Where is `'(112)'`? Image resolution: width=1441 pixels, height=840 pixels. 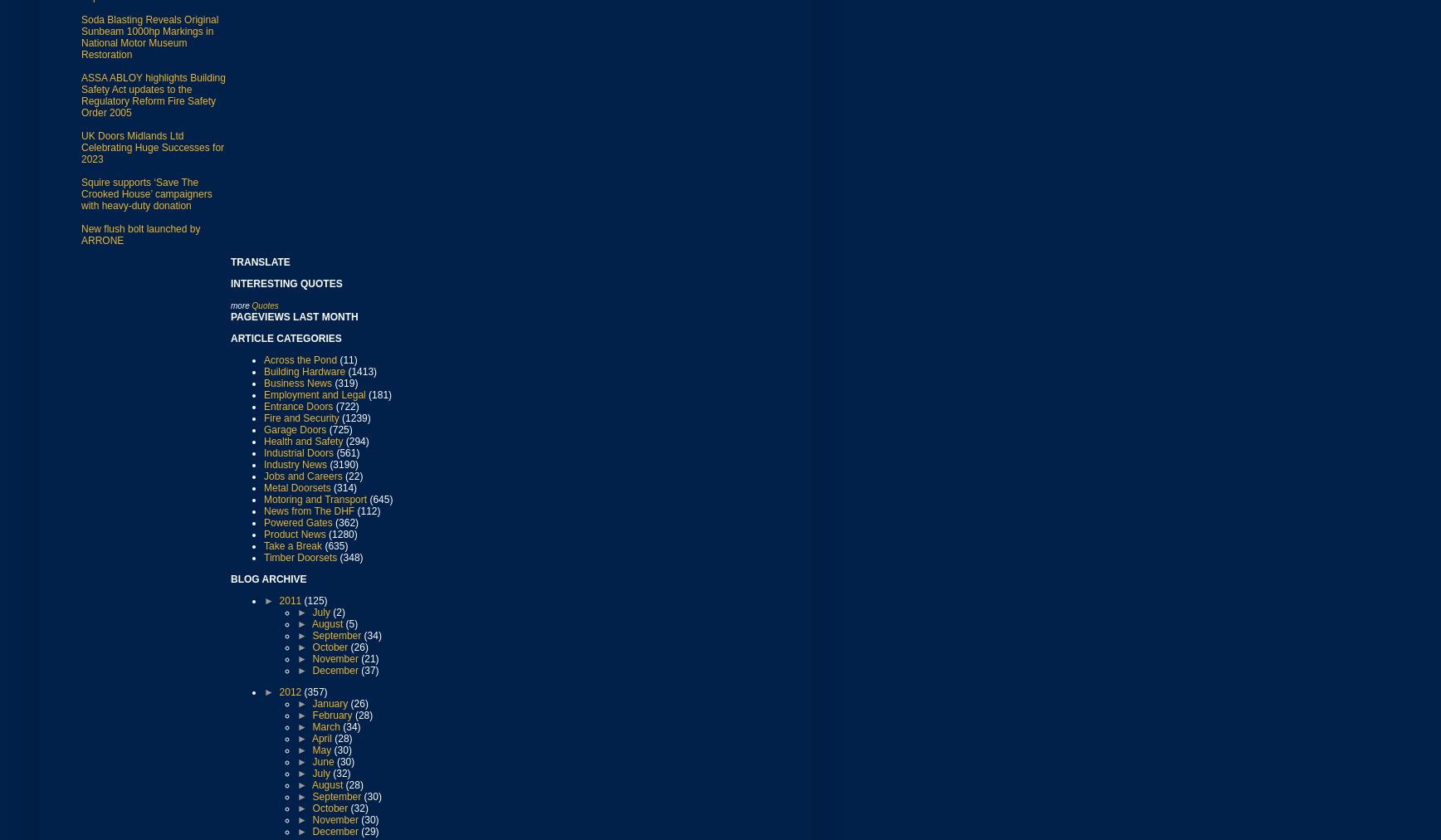
'(112)' is located at coordinates (369, 509).